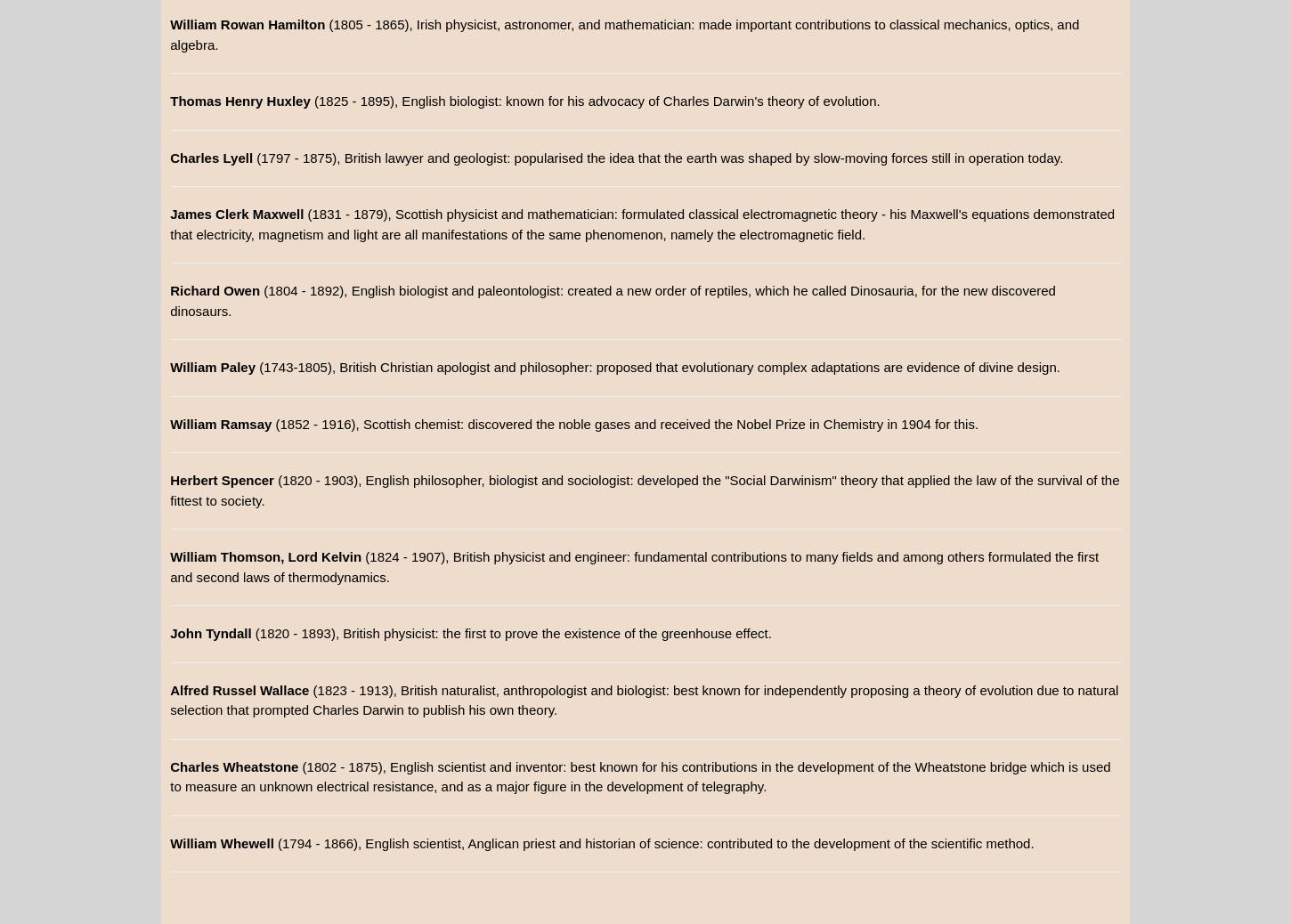 The image size is (1291, 924). What do you see at coordinates (612, 300) in the screenshot?
I see `'(1804 - 1892), English biologist and paleontologist: created a new order of reptiles, which he called Dinosauria, for the new discovered dinosaurs.'` at bounding box center [612, 300].